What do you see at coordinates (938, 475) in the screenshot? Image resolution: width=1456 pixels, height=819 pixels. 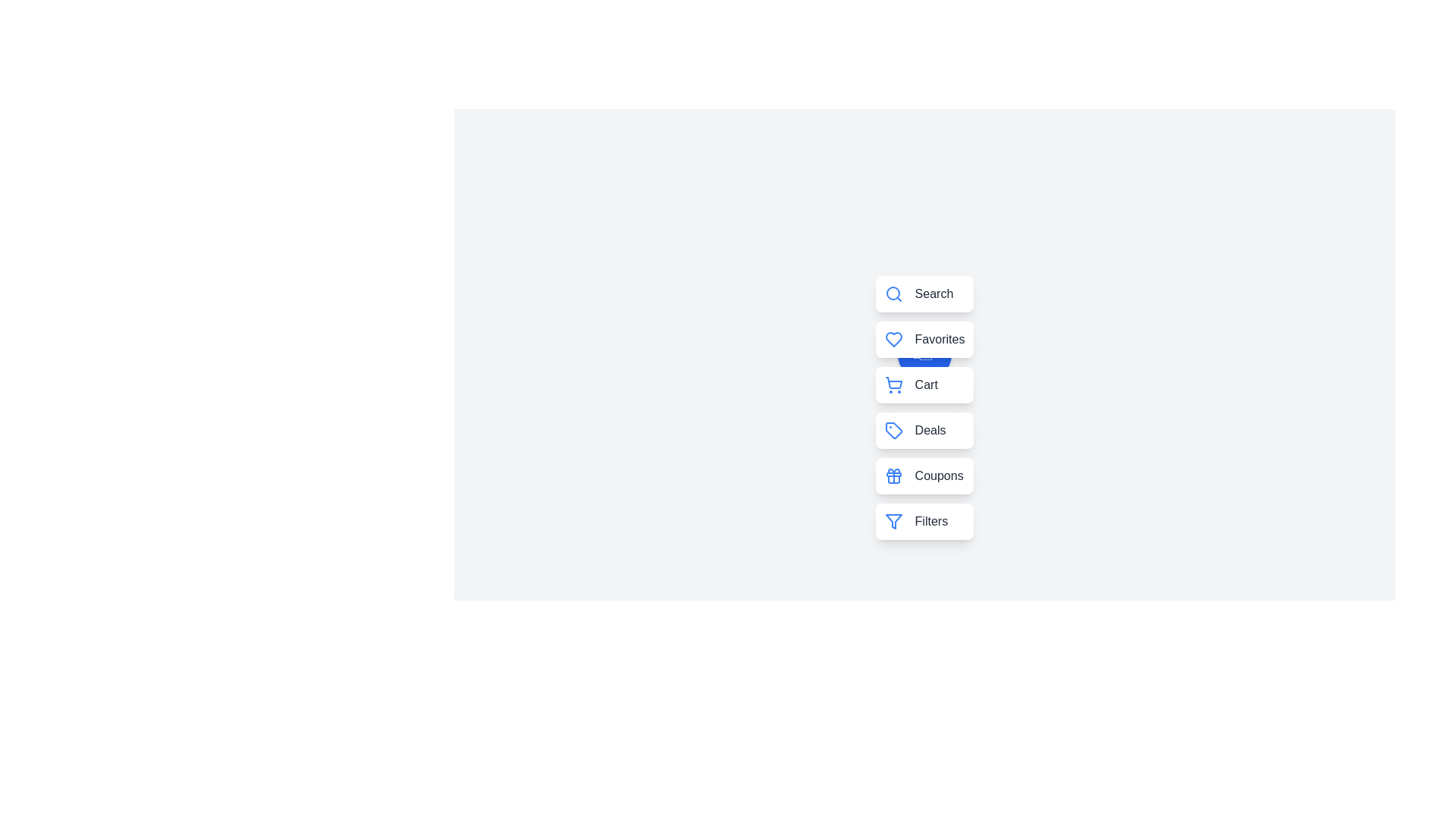 I see `text label that reads 'Coupons', which is the fifth item in a vertically stacked list of menu items with a rounded white background` at bounding box center [938, 475].